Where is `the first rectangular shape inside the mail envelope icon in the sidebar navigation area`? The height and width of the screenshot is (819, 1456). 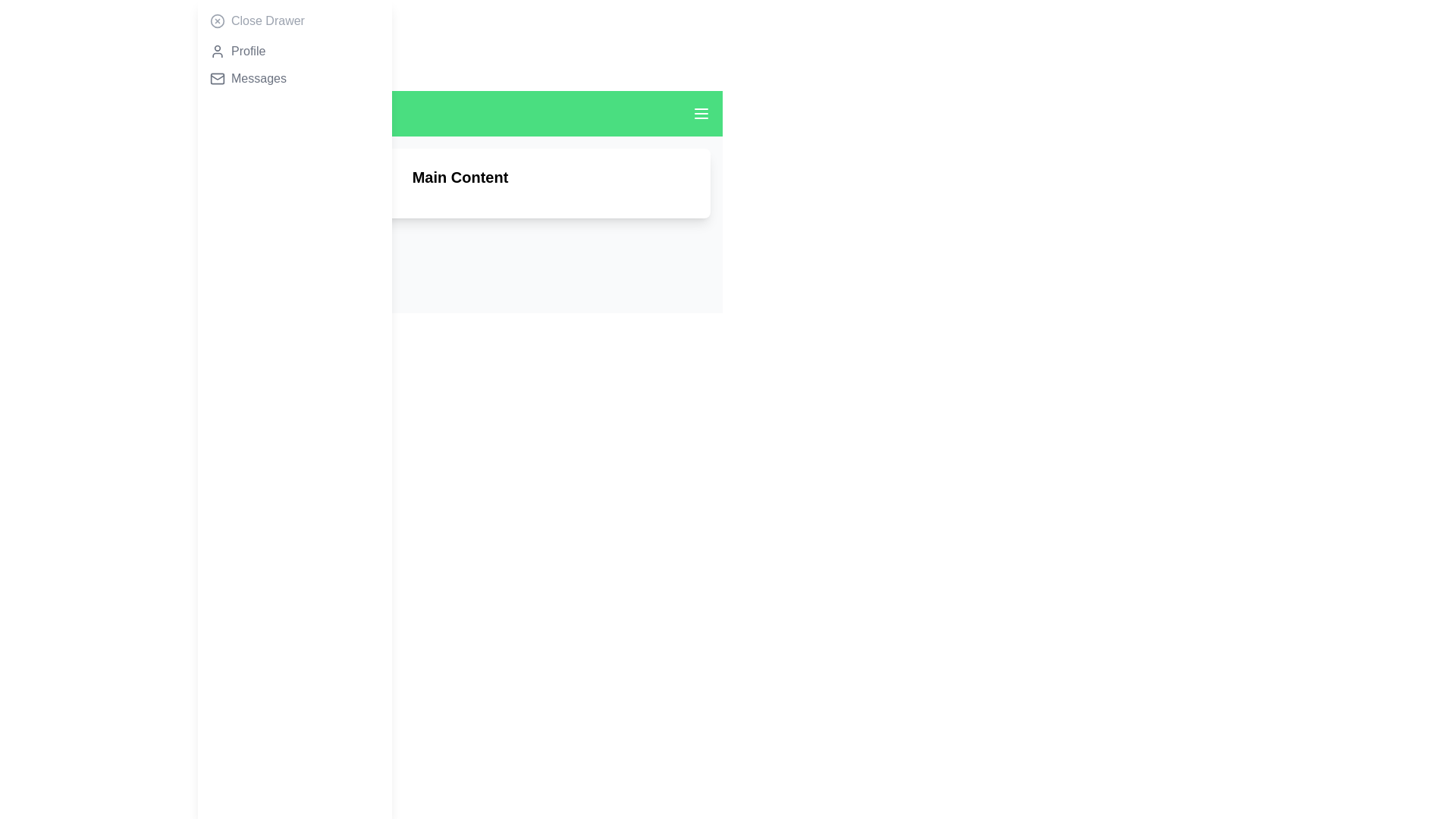
the first rectangular shape inside the mail envelope icon in the sidebar navigation area is located at coordinates (217, 79).